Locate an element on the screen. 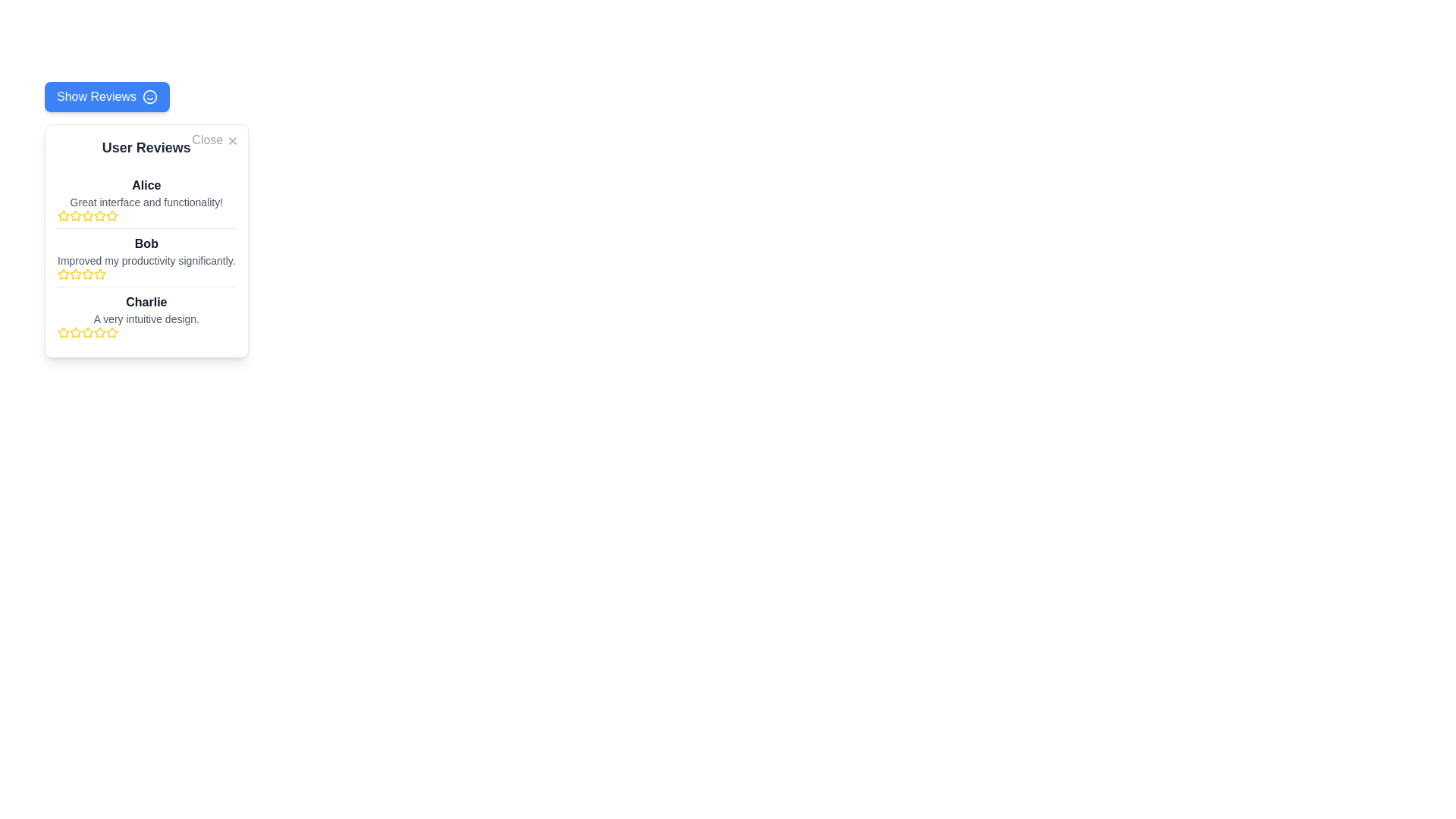  the text label providing qualitative feedback associated with user 'Alice' in the 'User Reviews' dialog box, which is positioned below 'Alice' and above the star rating row is located at coordinates (146, 201).